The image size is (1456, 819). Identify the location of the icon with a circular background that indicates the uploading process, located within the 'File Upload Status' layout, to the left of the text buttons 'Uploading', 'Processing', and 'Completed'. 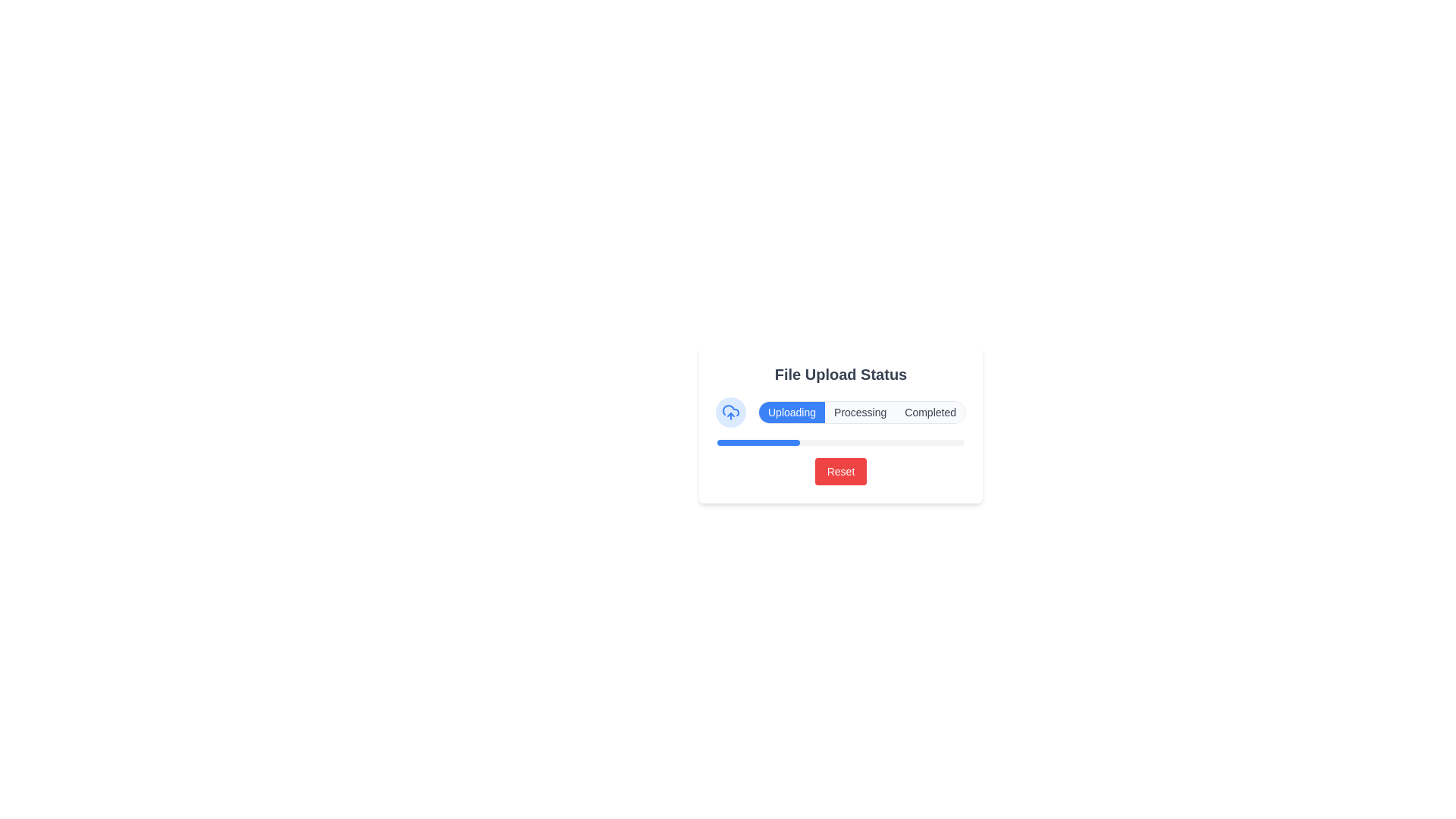
(731, 412).